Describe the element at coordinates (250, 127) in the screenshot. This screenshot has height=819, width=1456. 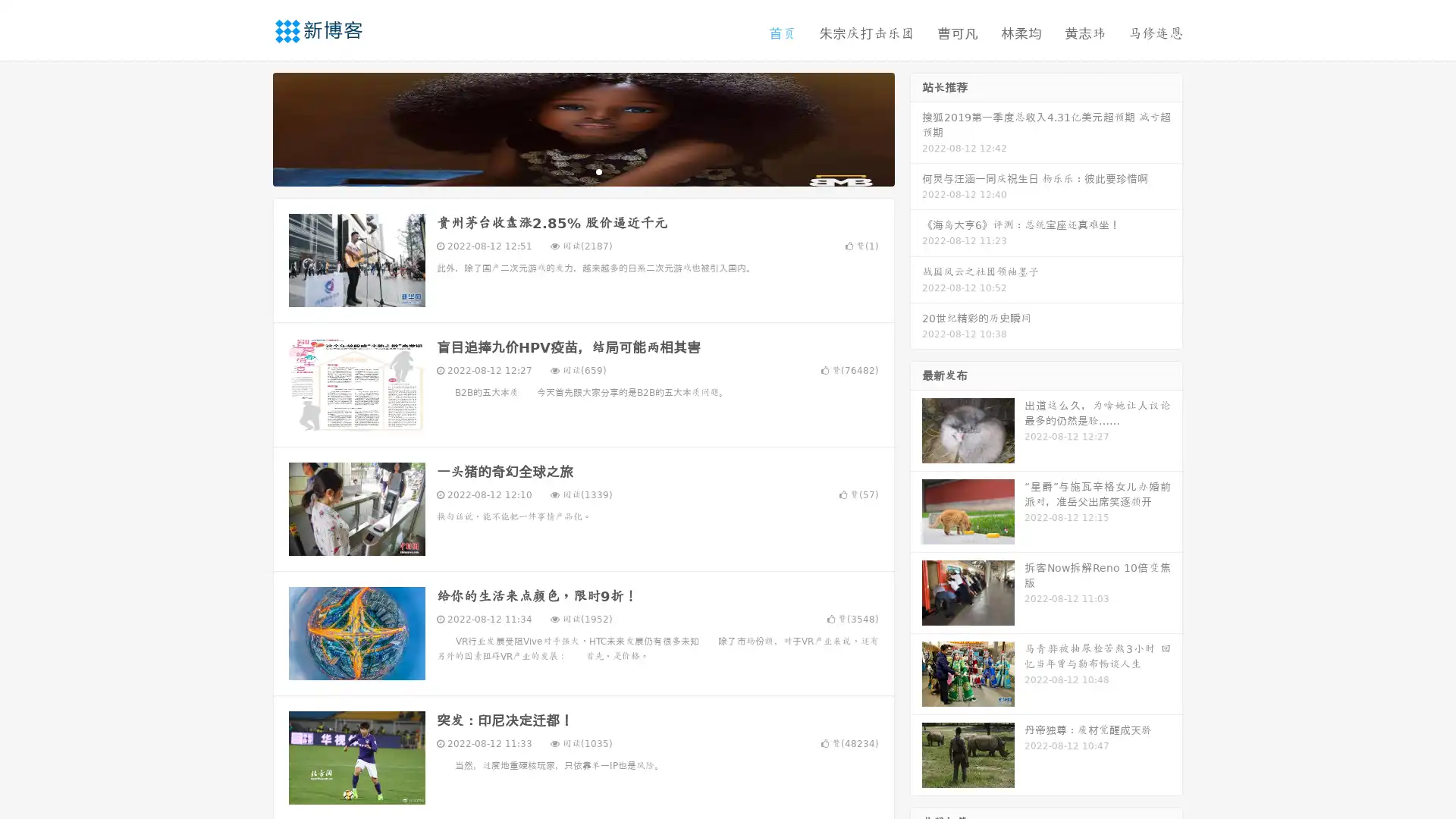
I see `Previous slide` at that location.